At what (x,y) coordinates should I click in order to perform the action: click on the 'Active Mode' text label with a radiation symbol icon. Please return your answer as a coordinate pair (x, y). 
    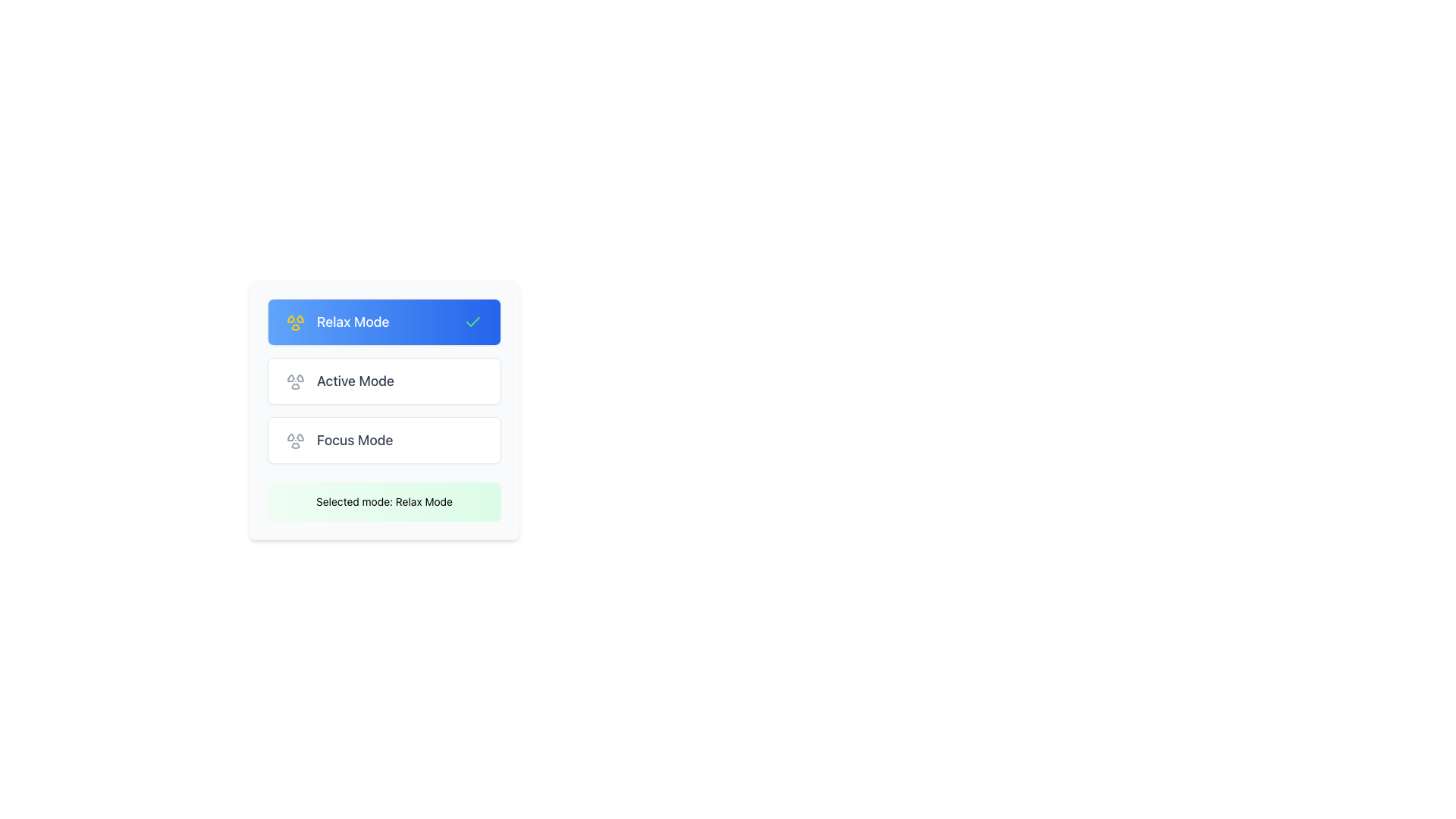
    Looking at the image, I should click on (340, 380).